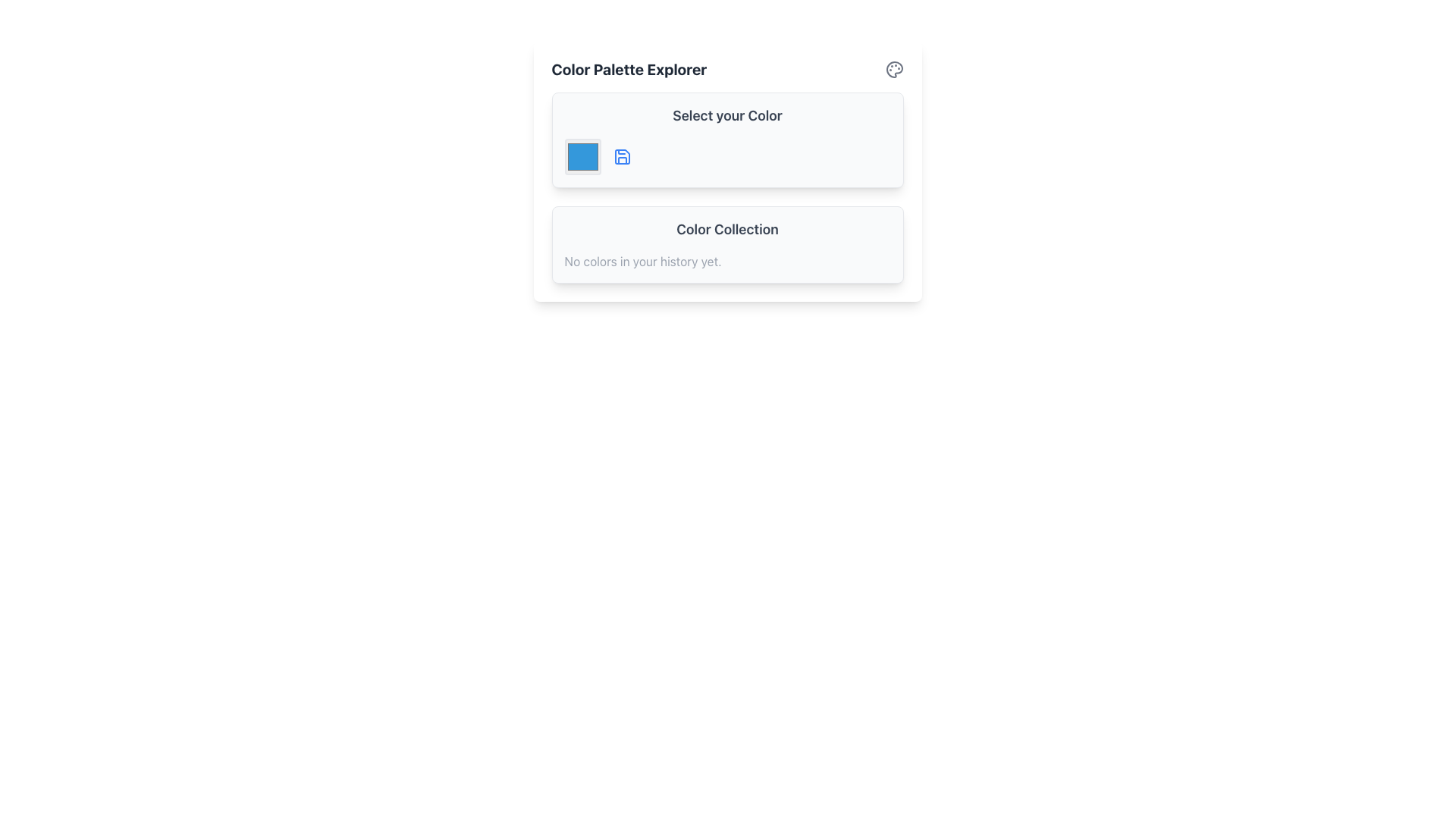 The width and height of the screenshot is (1456, 819). What do you see at coordinates (582, 157) in the screenshot?
I see `the Color Picker or Display Box` at bounding box center [582, 157].